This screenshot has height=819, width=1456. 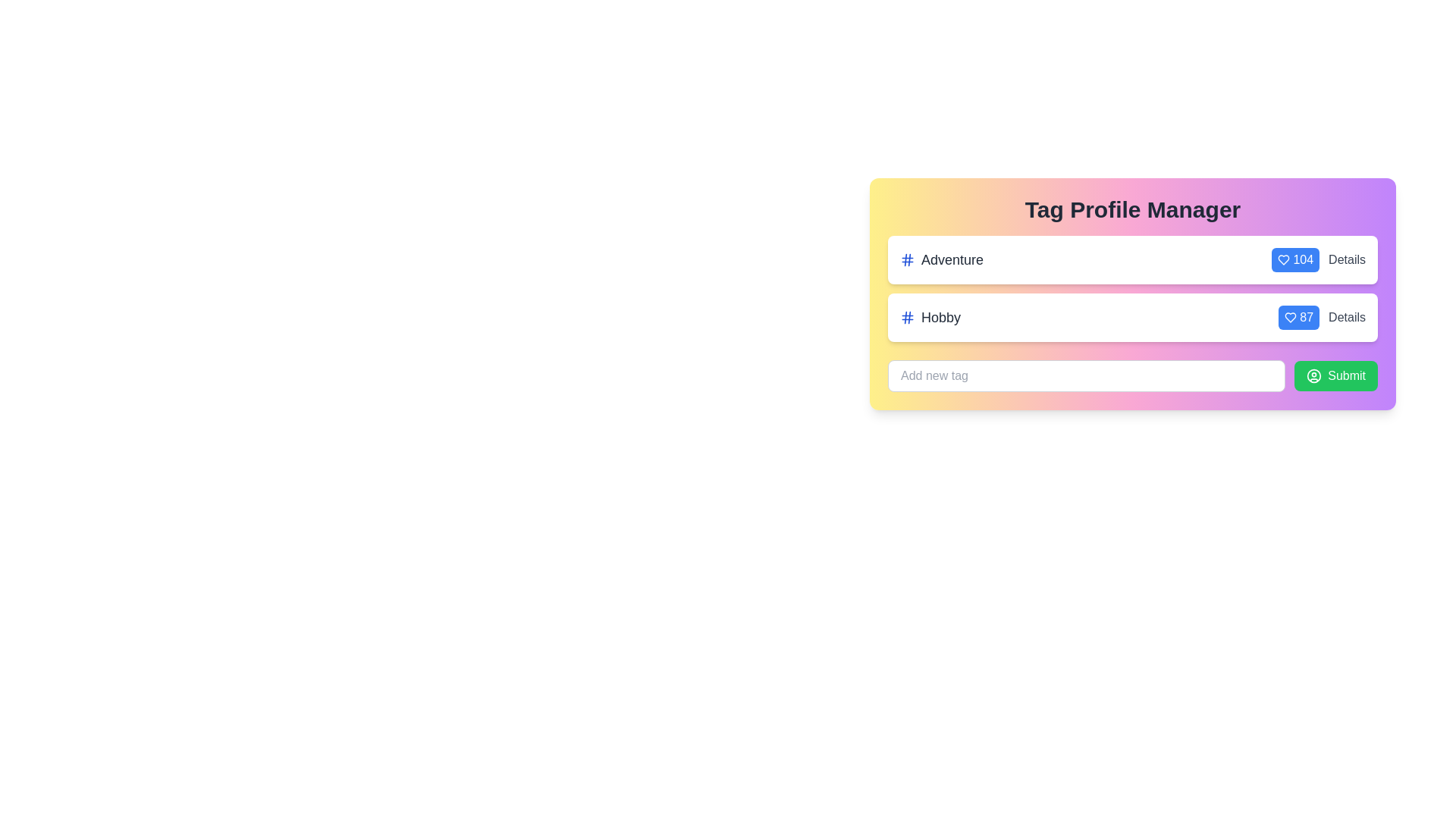 What do you see at coordinates (1298, 317) in the screenshot?
I see `the heart button representing likes or favorites, located next to the 'Hobby' label` at bounding box center [1298, 317].